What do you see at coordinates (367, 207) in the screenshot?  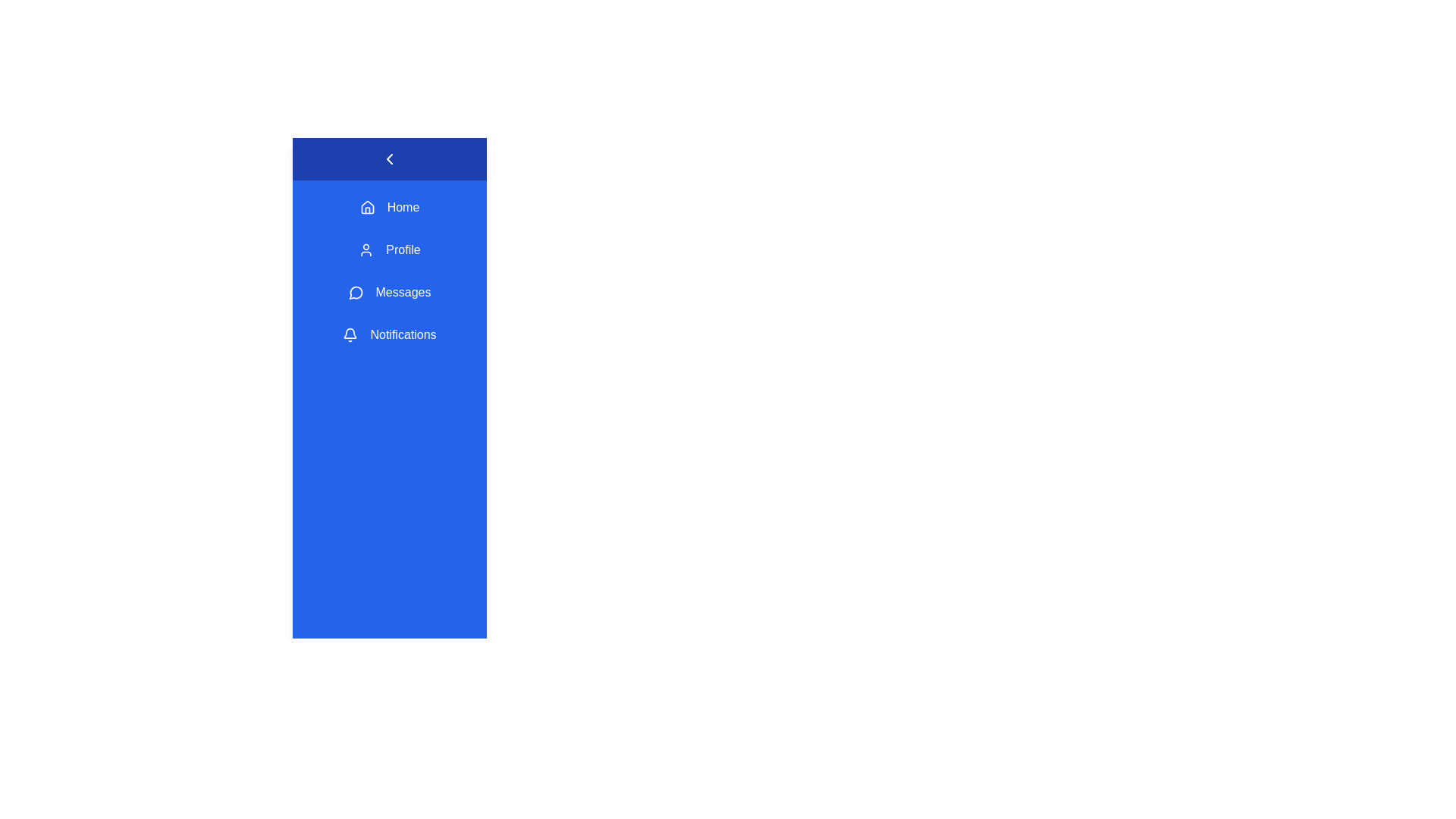 I see `the Home icon in the sidebar menu` at bounding box center [367, 207].